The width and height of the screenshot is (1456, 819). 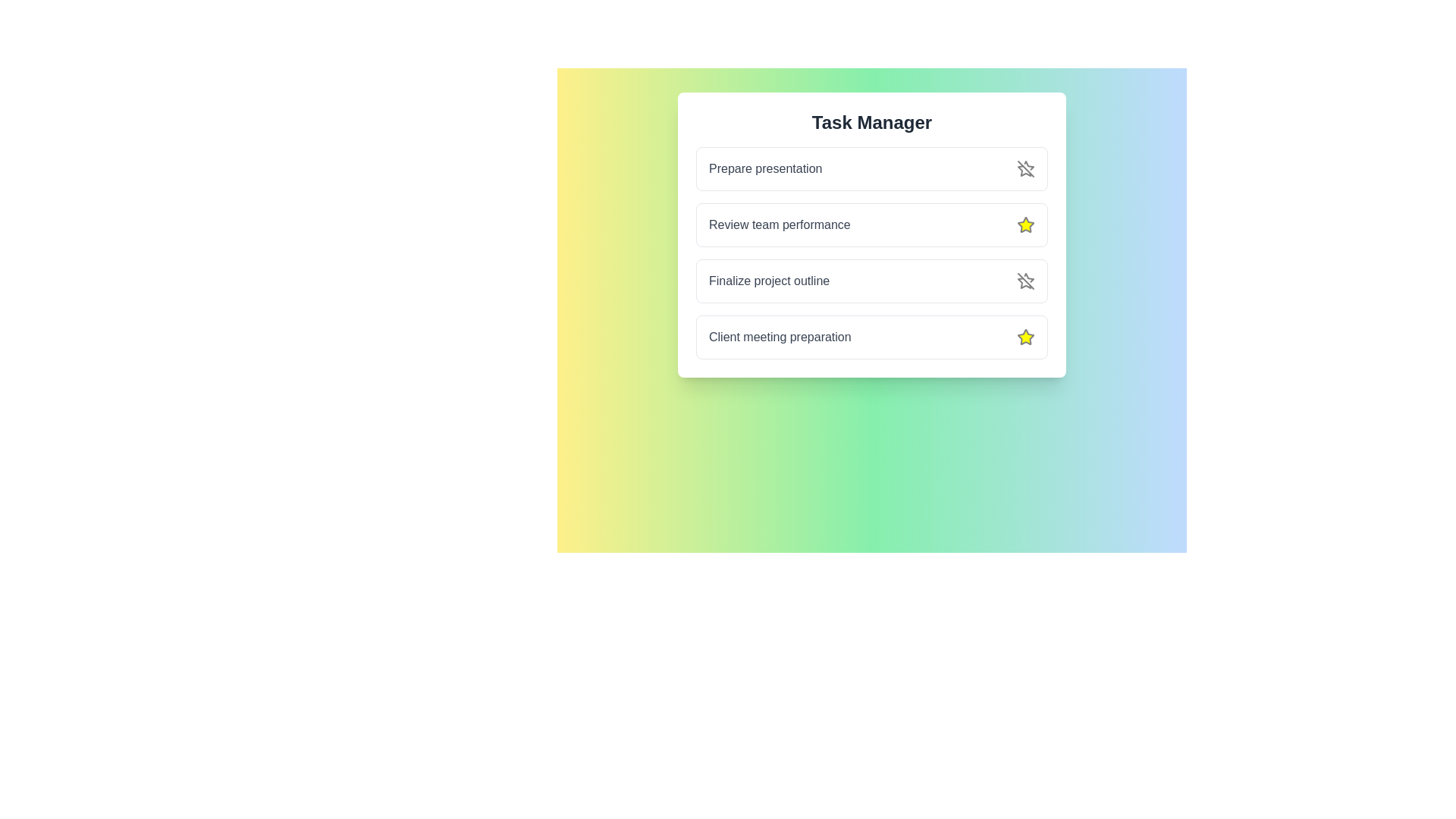 I want to click on the task named Finalize project outline by clicking on it, so click(x=769, y=281).